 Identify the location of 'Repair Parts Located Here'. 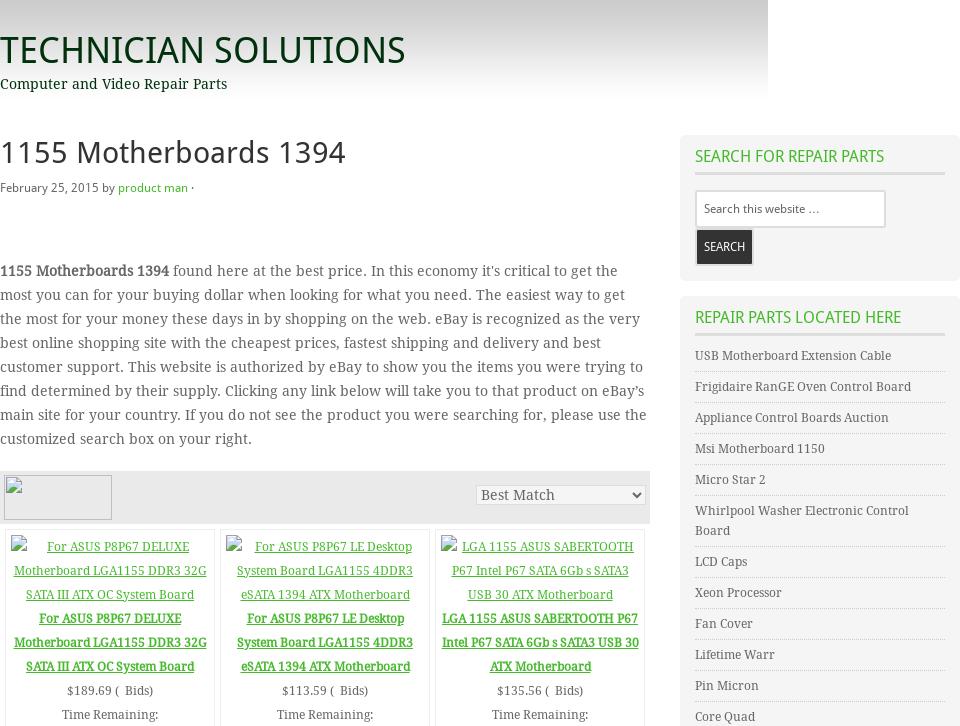
(695, 316).